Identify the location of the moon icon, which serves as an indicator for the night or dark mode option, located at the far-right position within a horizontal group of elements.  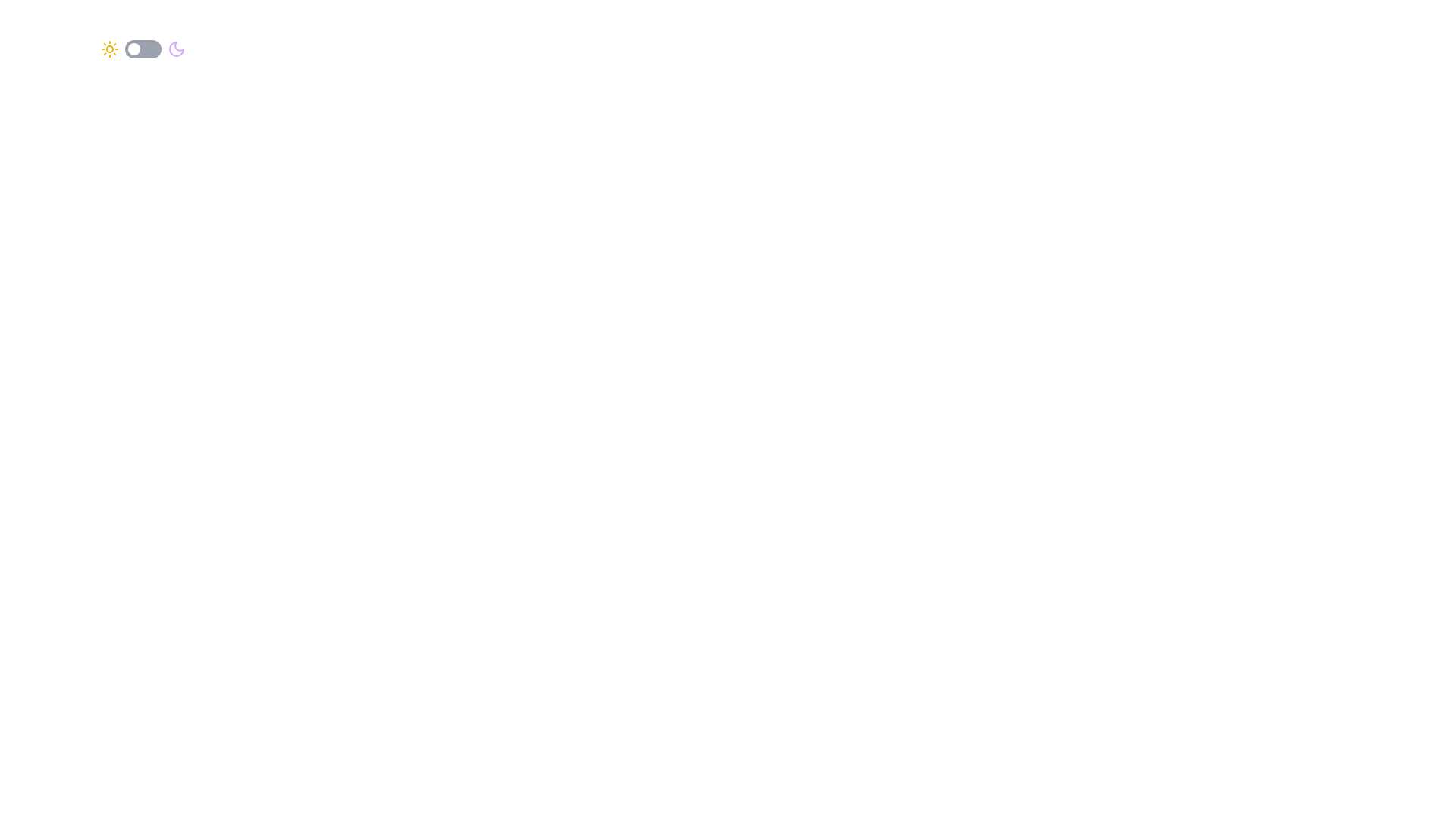
(177, 49).